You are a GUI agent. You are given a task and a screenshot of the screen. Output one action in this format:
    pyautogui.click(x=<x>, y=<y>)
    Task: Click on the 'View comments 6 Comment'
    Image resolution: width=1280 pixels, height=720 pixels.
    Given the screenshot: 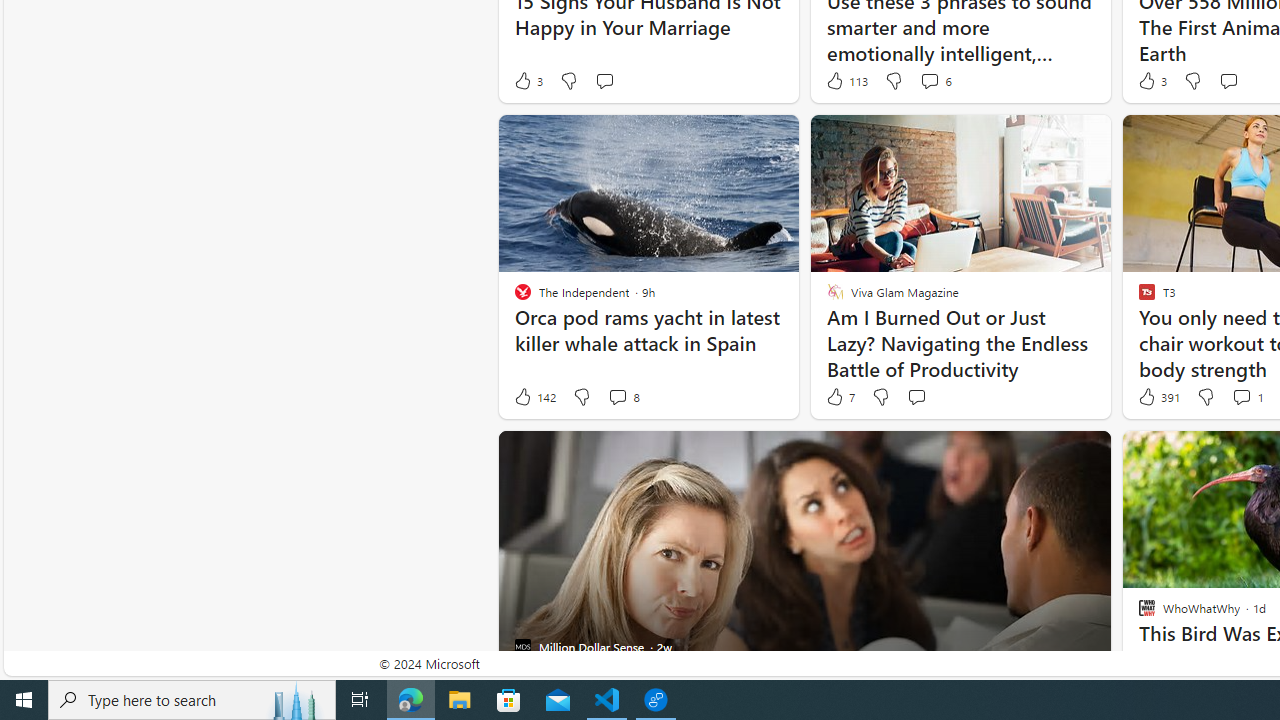 What is the action you would take?
    pyautogui.click(x=928, y=80)
    